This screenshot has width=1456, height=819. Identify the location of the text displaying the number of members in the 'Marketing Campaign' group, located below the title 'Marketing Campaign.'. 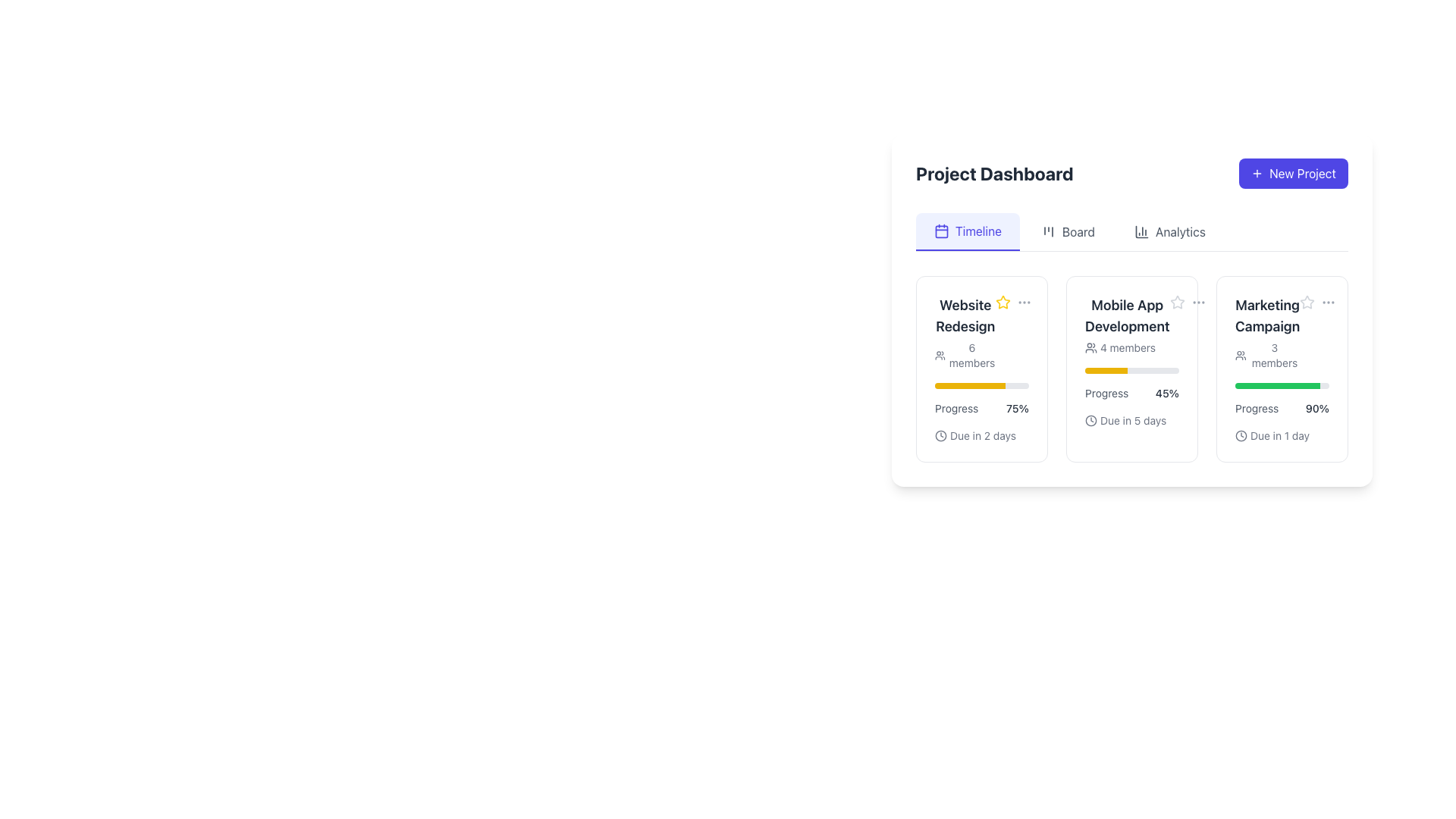
(1267, 356).